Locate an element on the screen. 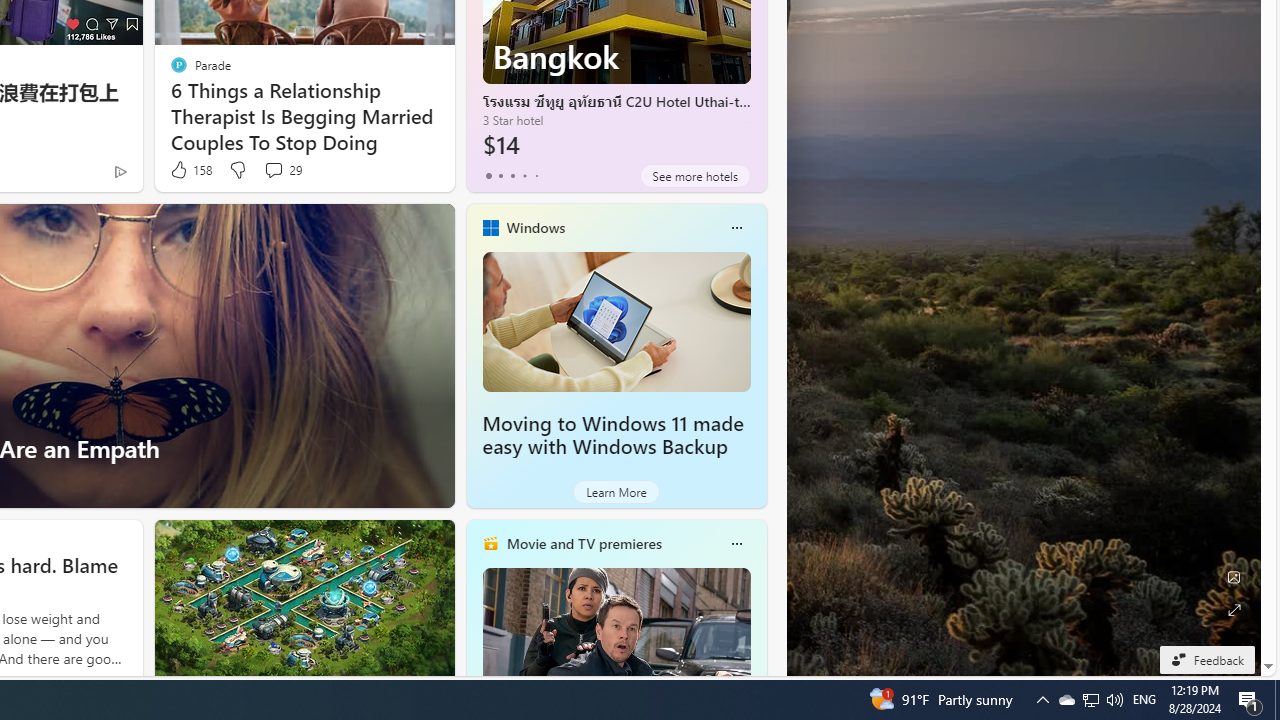  'Class: icon-img' is located at coordinates (735, 543).